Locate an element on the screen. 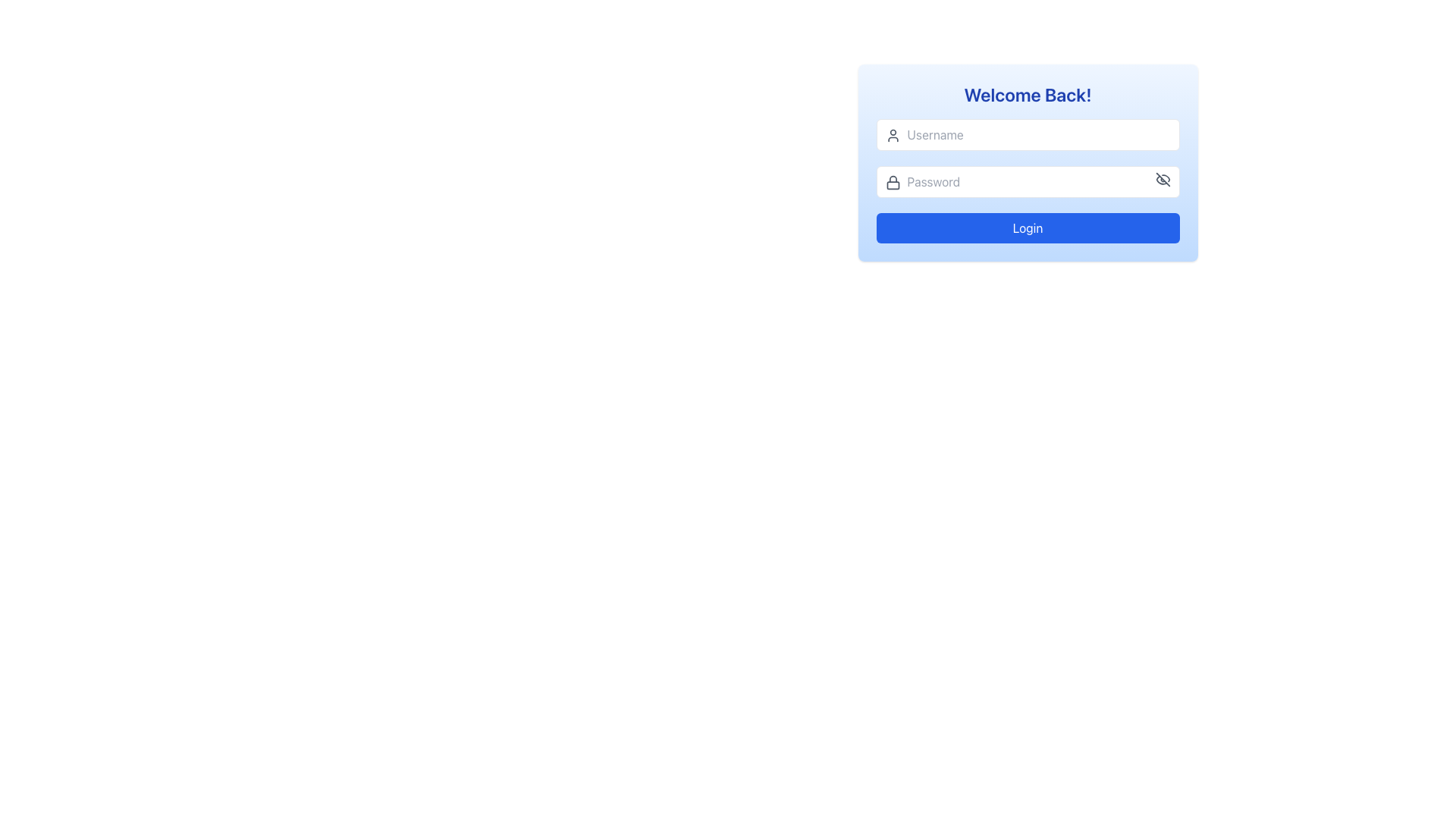 The image size is (1456, 819). the iconic element representing a line crossing an eye symbol is located at coordinates (1162, 178).